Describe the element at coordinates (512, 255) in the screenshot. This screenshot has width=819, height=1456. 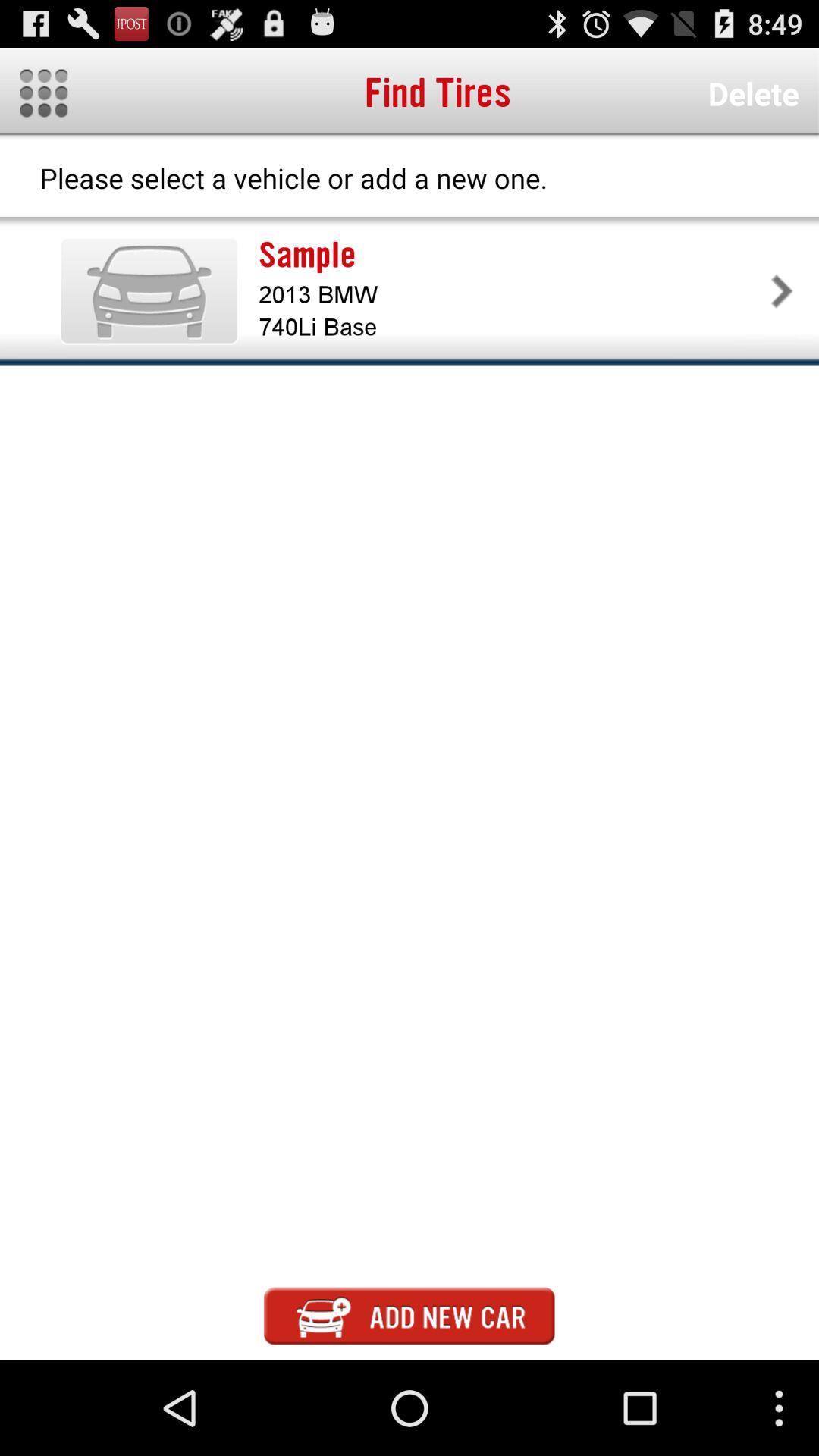
I see `the app below the please select a` at that location.